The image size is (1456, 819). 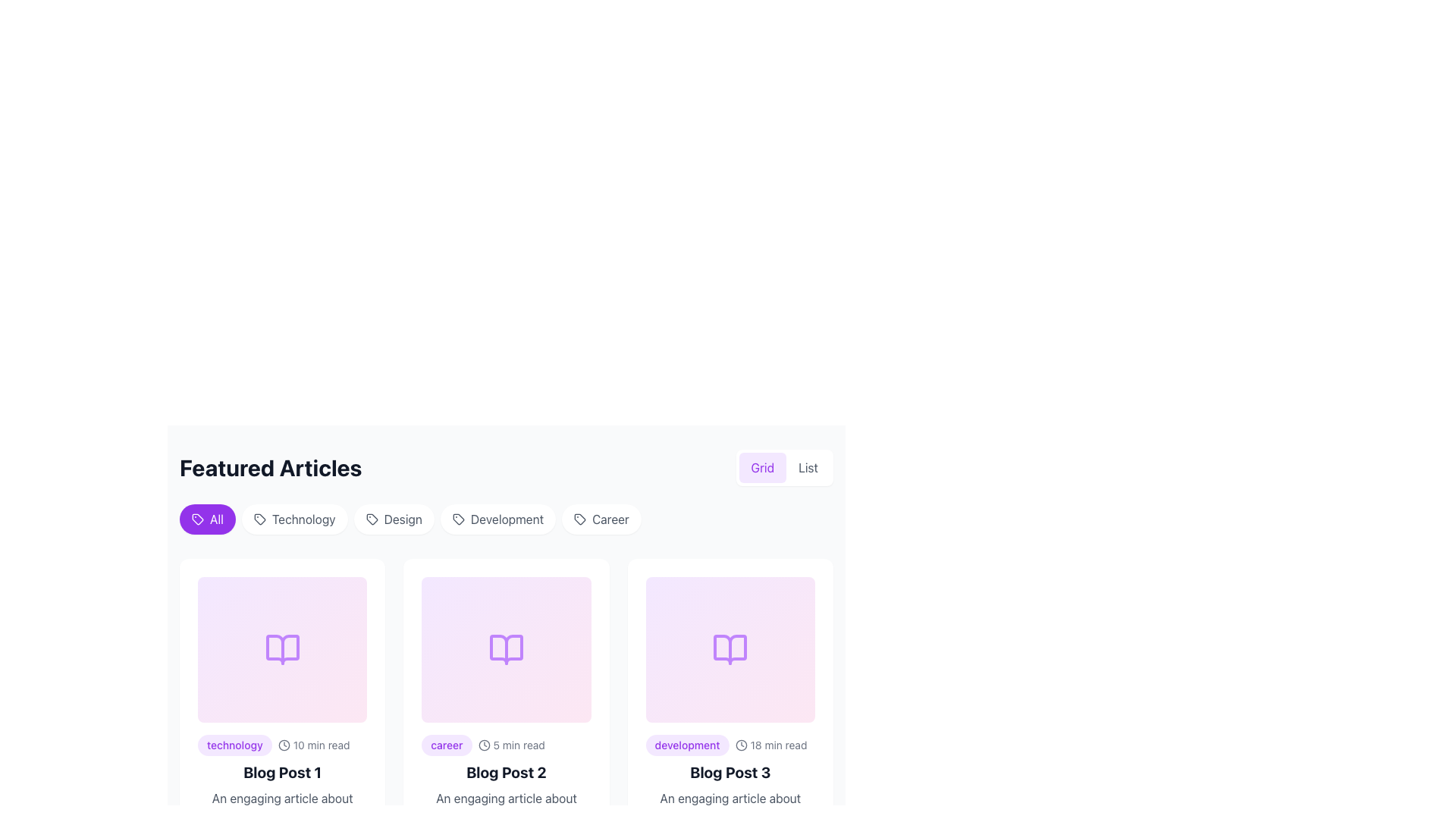 I want to click on the purple tag icon labeled 'All' located in the top-left section under the 'Featured Articles' heading, so click(x=196, y=519).